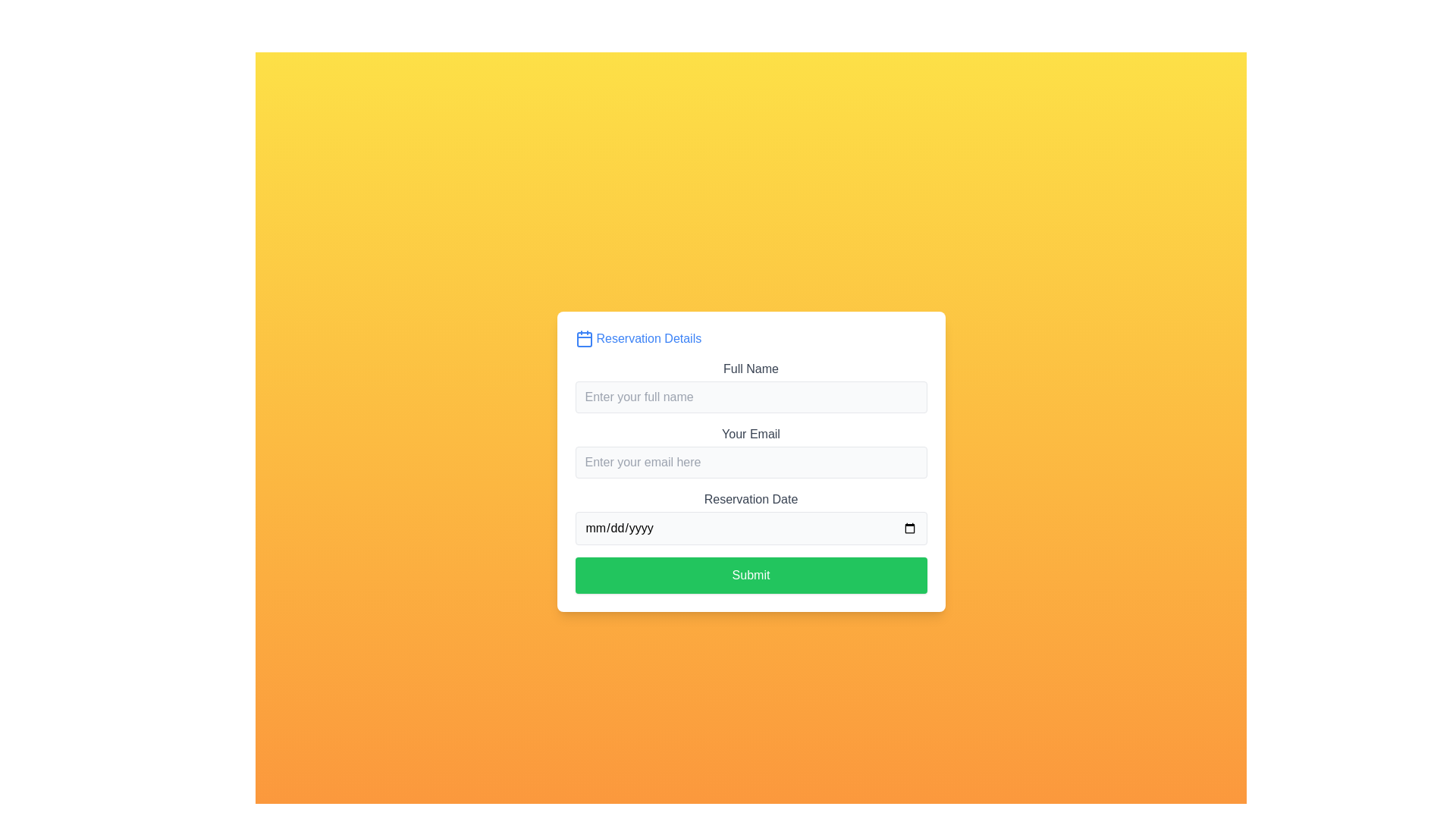 The height and width of the screenshot is (819, 1456). I want to click on the 'Full Name' label, which is a text label in dark gray font above the input field for entering a full name, so click(751, 369).